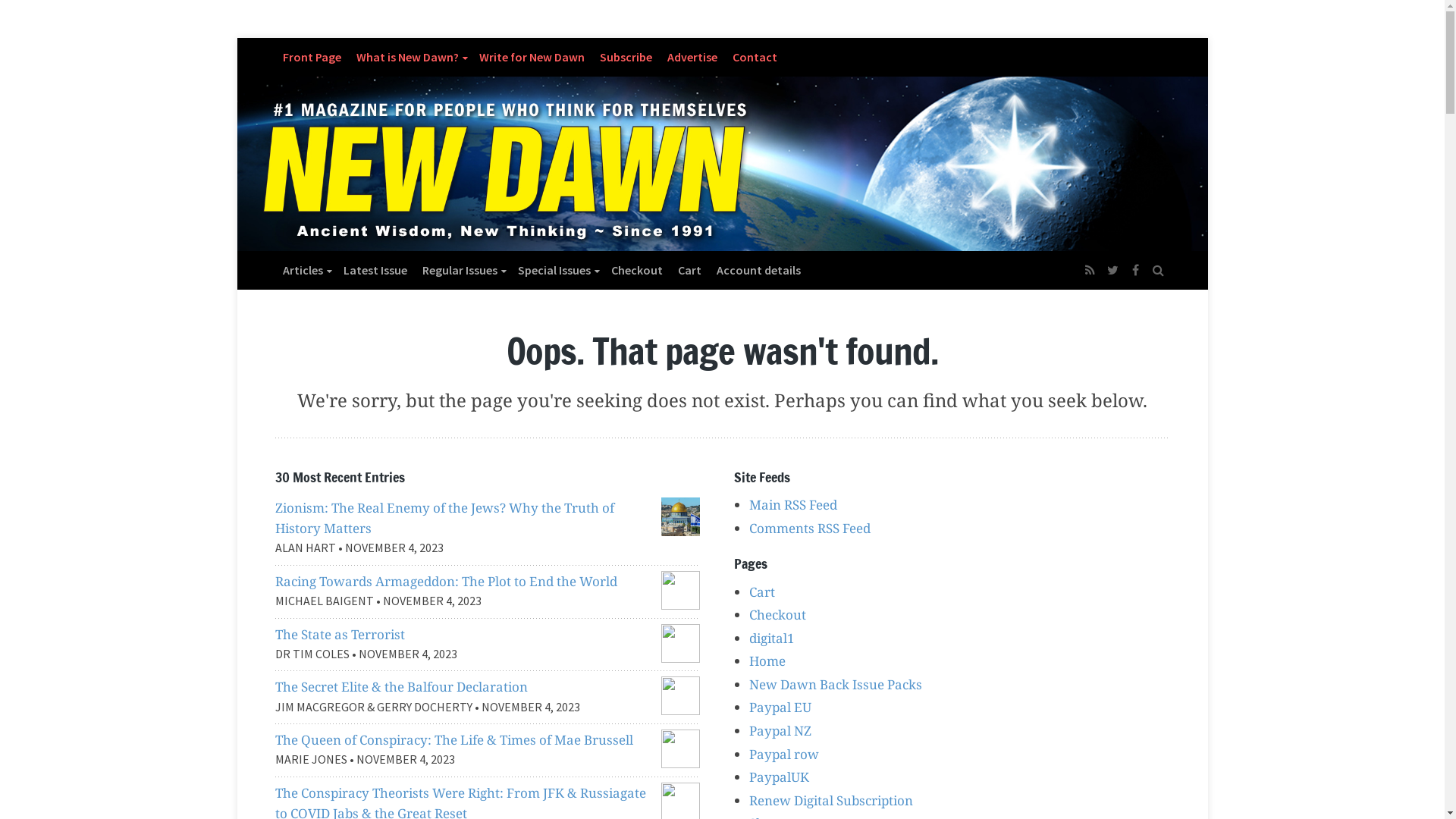 This screenshot has width=1456, height=819. What do you see at coordinates (453, 739) in the screenshot?
I see `'The Queen of Conspiracy: The Life & Times of Mae Brussell'` at bounding box center [453, 739].